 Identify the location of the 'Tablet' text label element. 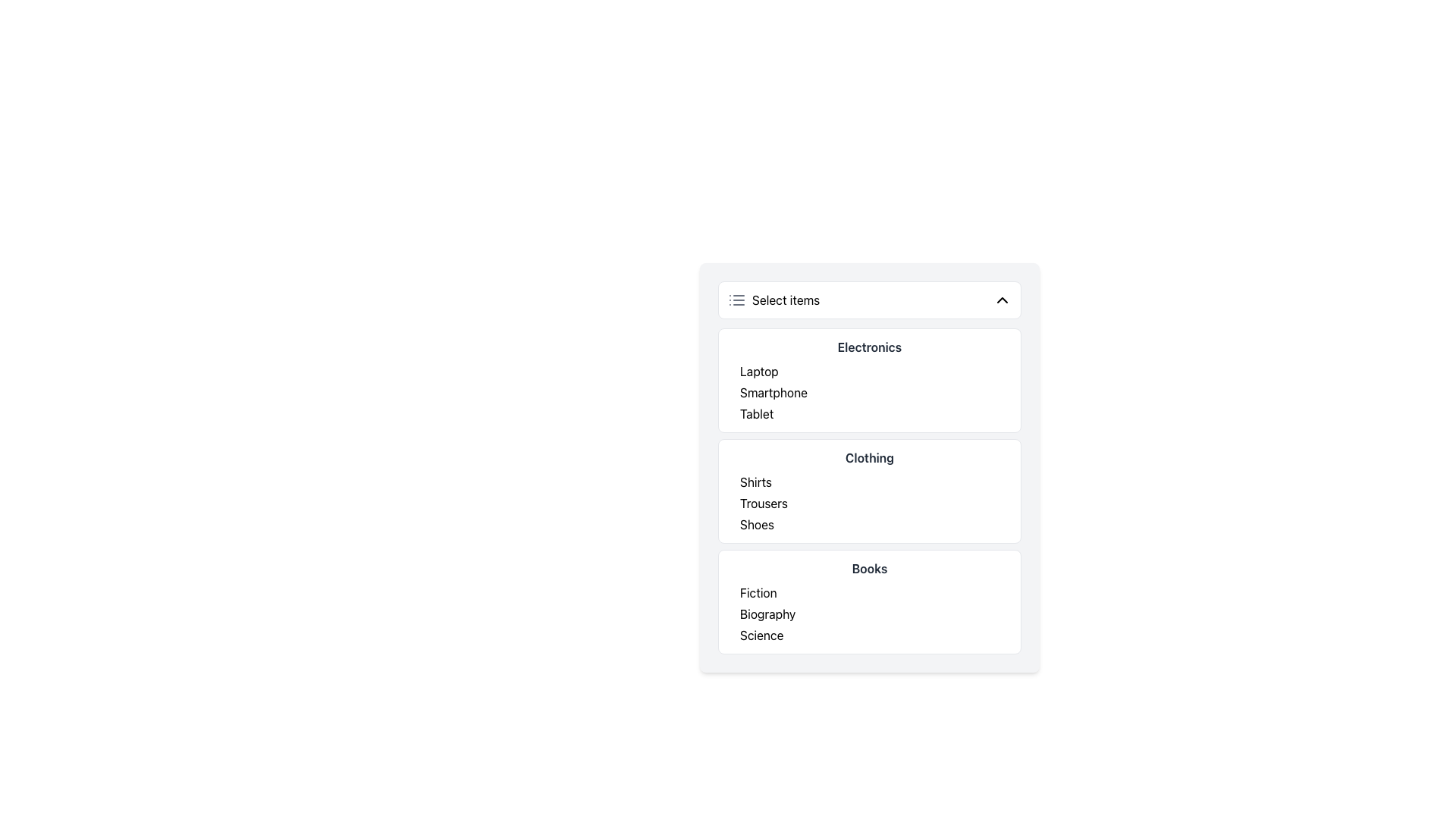
(757, 414).